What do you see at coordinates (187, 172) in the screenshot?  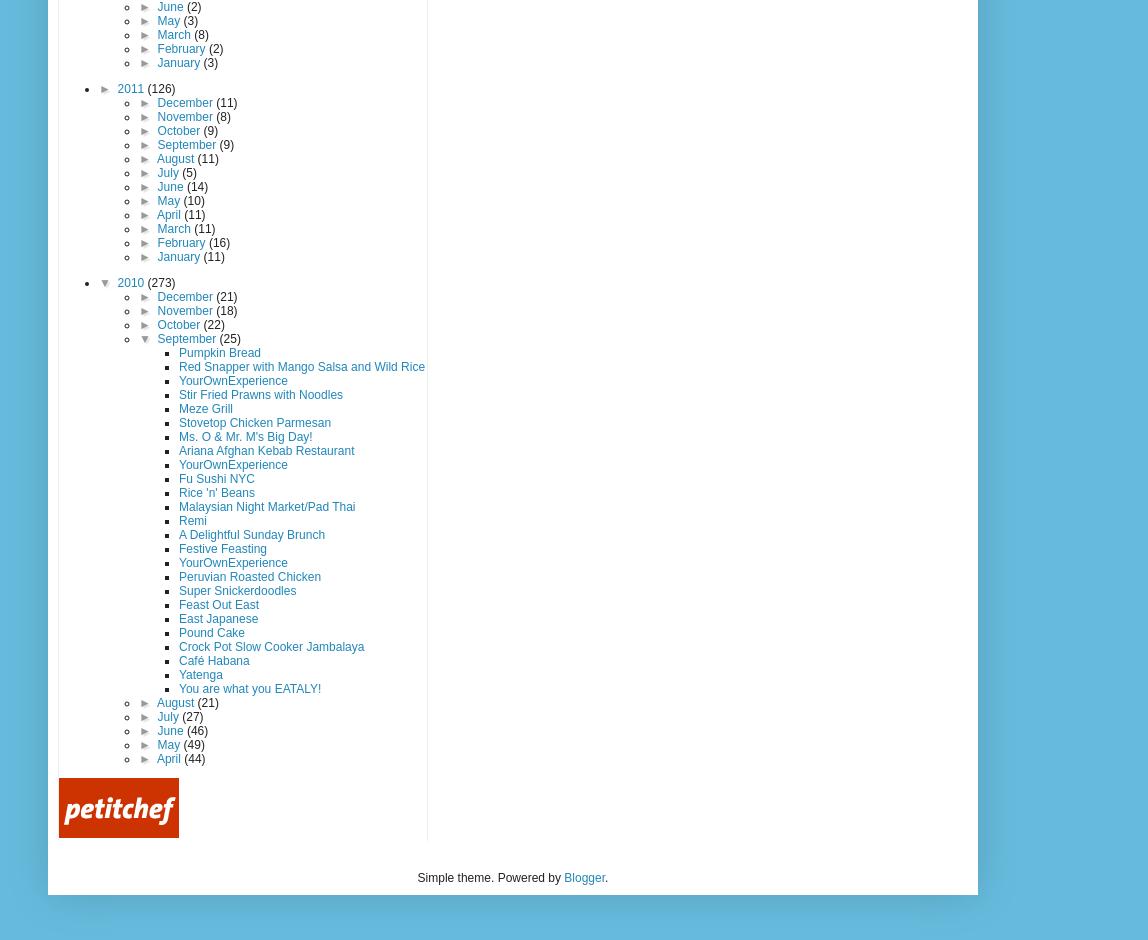 I see `'(5)'` at bounding box center [187, 172].